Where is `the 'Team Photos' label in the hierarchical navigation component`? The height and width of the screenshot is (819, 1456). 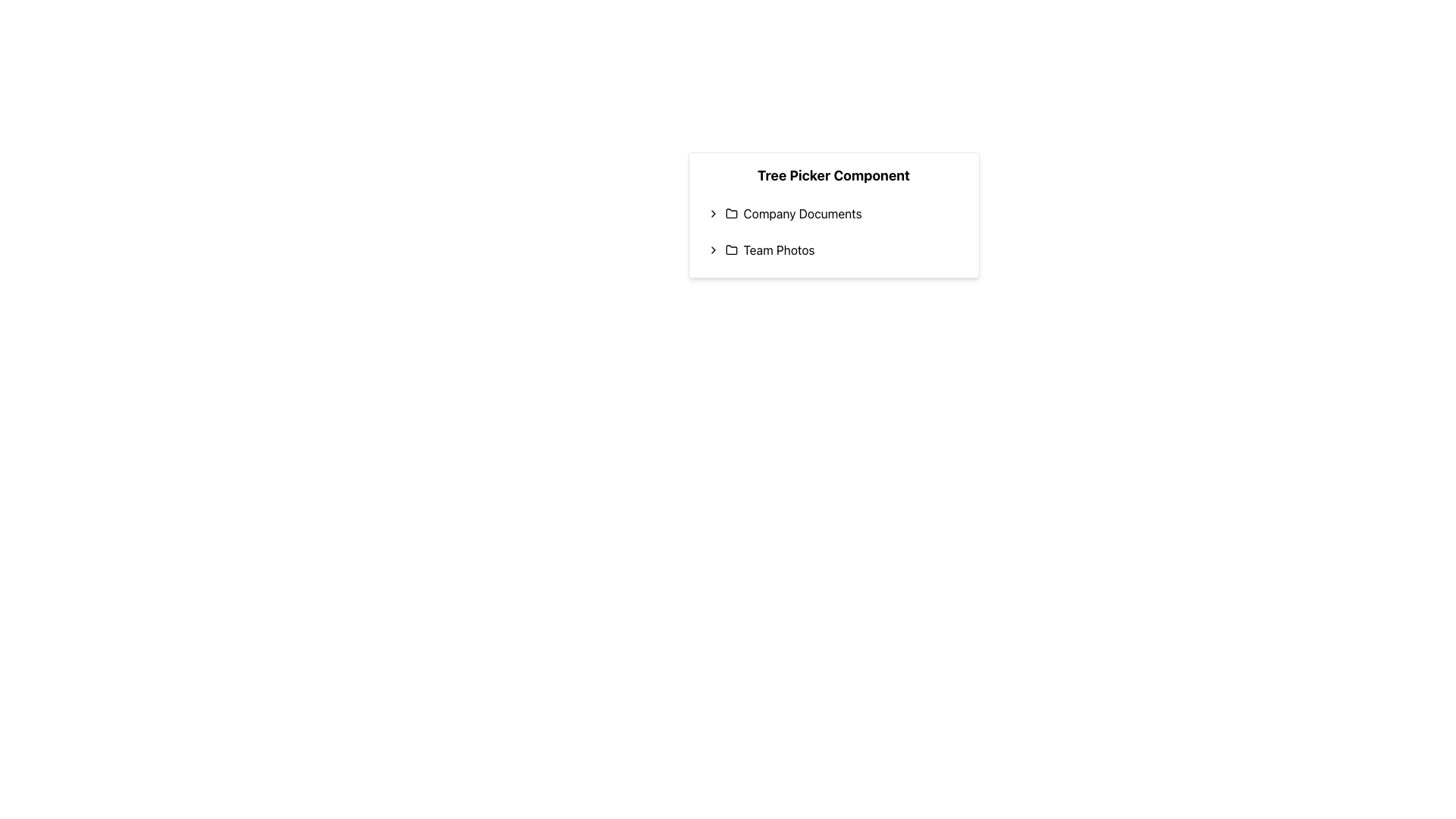
the 'Team Photos' label in the hierarchical navigation component is located at coordinates (779, 249).